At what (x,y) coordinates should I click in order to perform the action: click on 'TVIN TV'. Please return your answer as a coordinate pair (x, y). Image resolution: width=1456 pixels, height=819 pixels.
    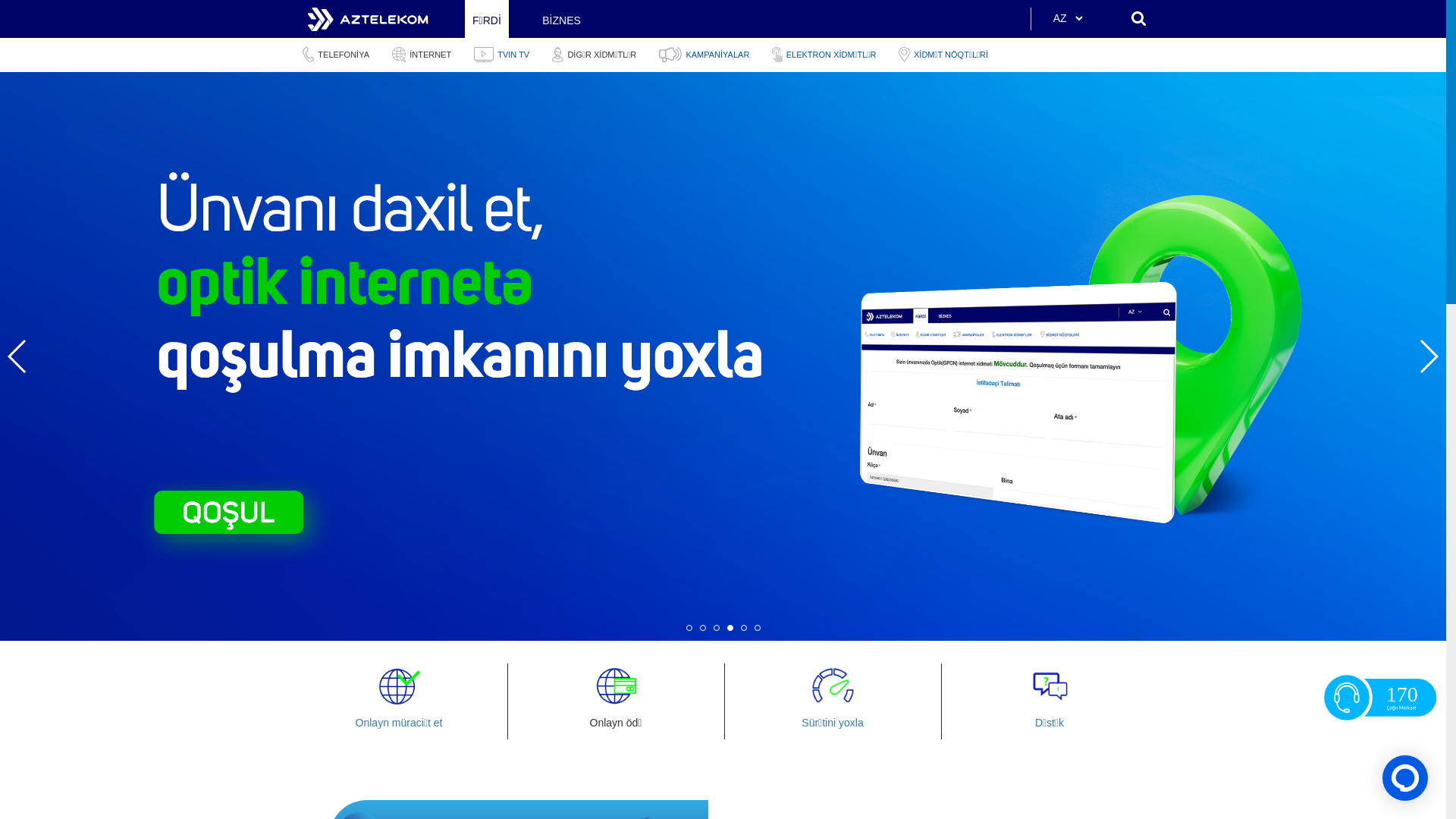
    Looking at the image, I should click on (501, 54).